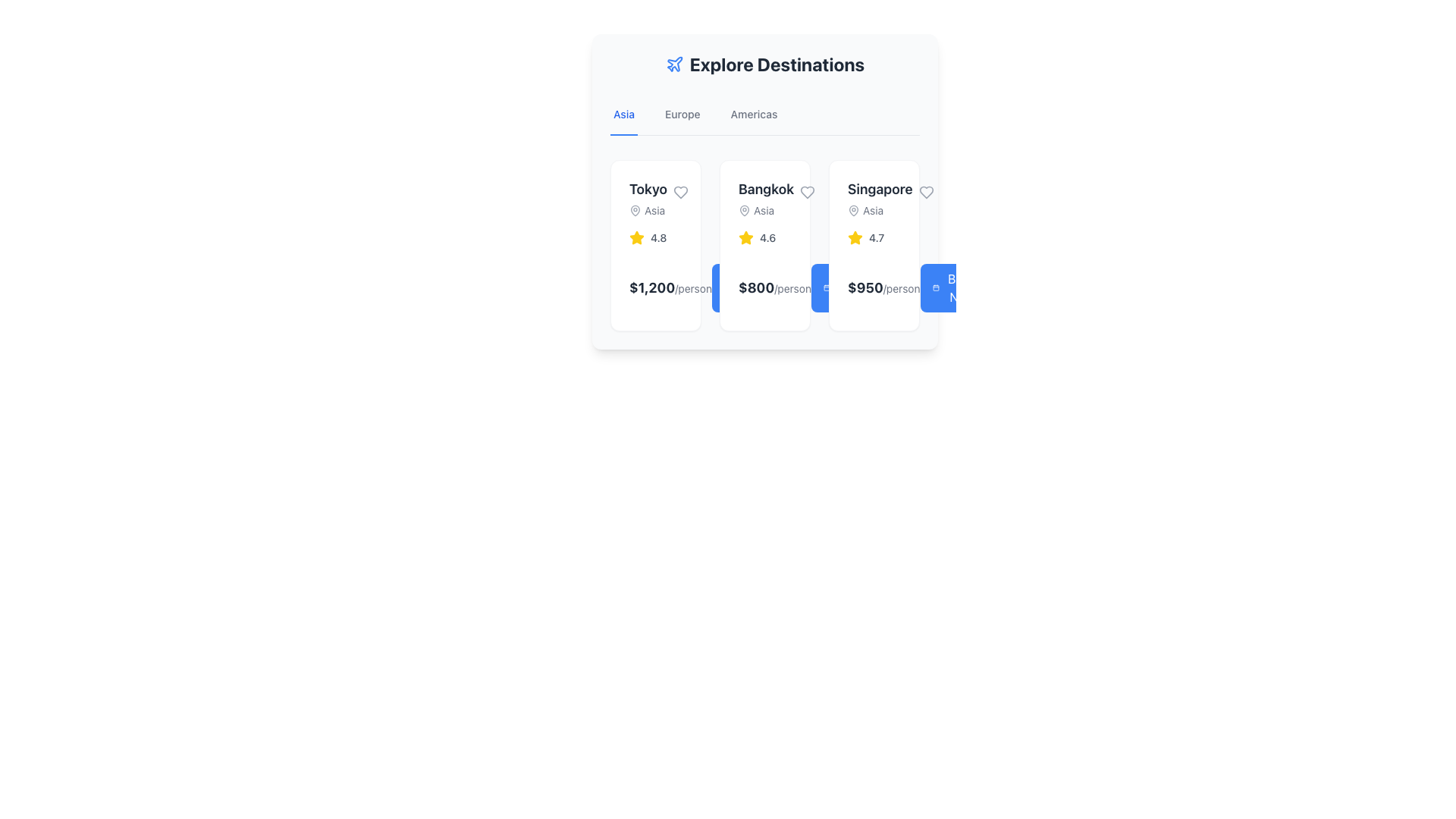 The height and width of the screenshot is (819, 1456). Describe the element at coordinates (855, 237) in the screenshot. I see `the star icon representing the rating for the Singapore travel destination, located to the left of the numerical rating '4.7' on the third card in the 'Explore Destinations' section` at that location.